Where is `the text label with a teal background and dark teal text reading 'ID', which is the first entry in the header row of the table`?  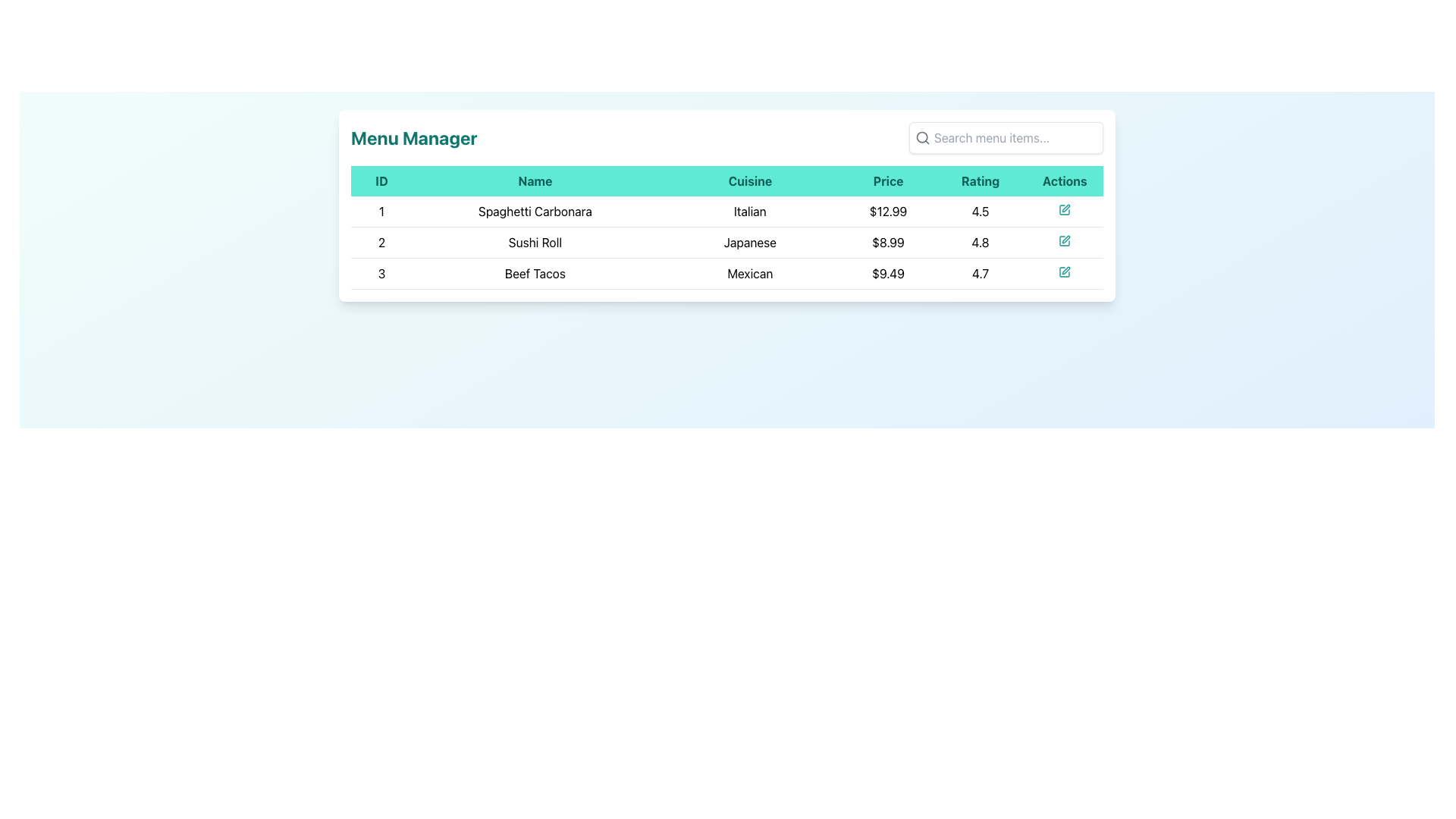 the text label with a teal background and dark teal text reading 'ID', which is the first entry in the header row of the table is located at coordinates (381, 180).